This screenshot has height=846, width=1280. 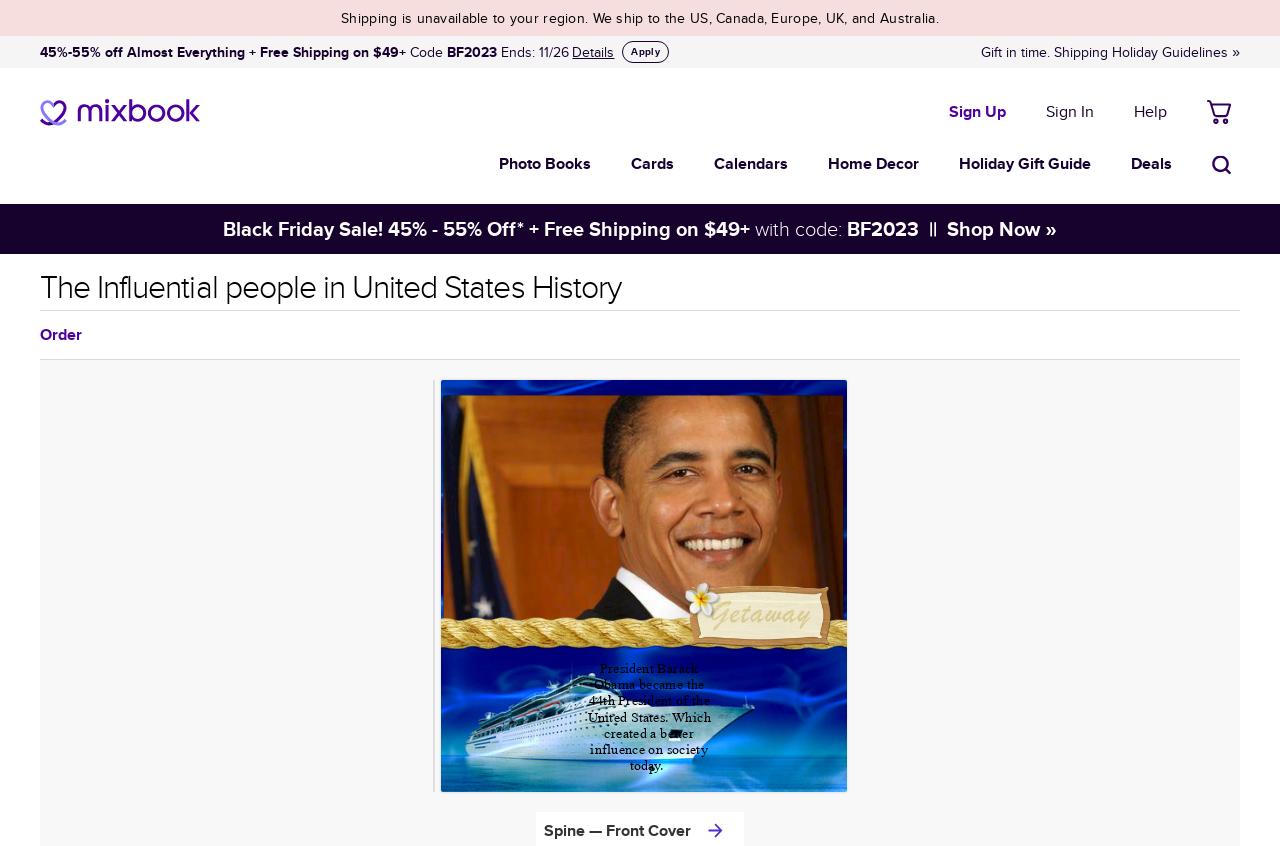 I want to click on 'Details', so click(x=592, y=51).